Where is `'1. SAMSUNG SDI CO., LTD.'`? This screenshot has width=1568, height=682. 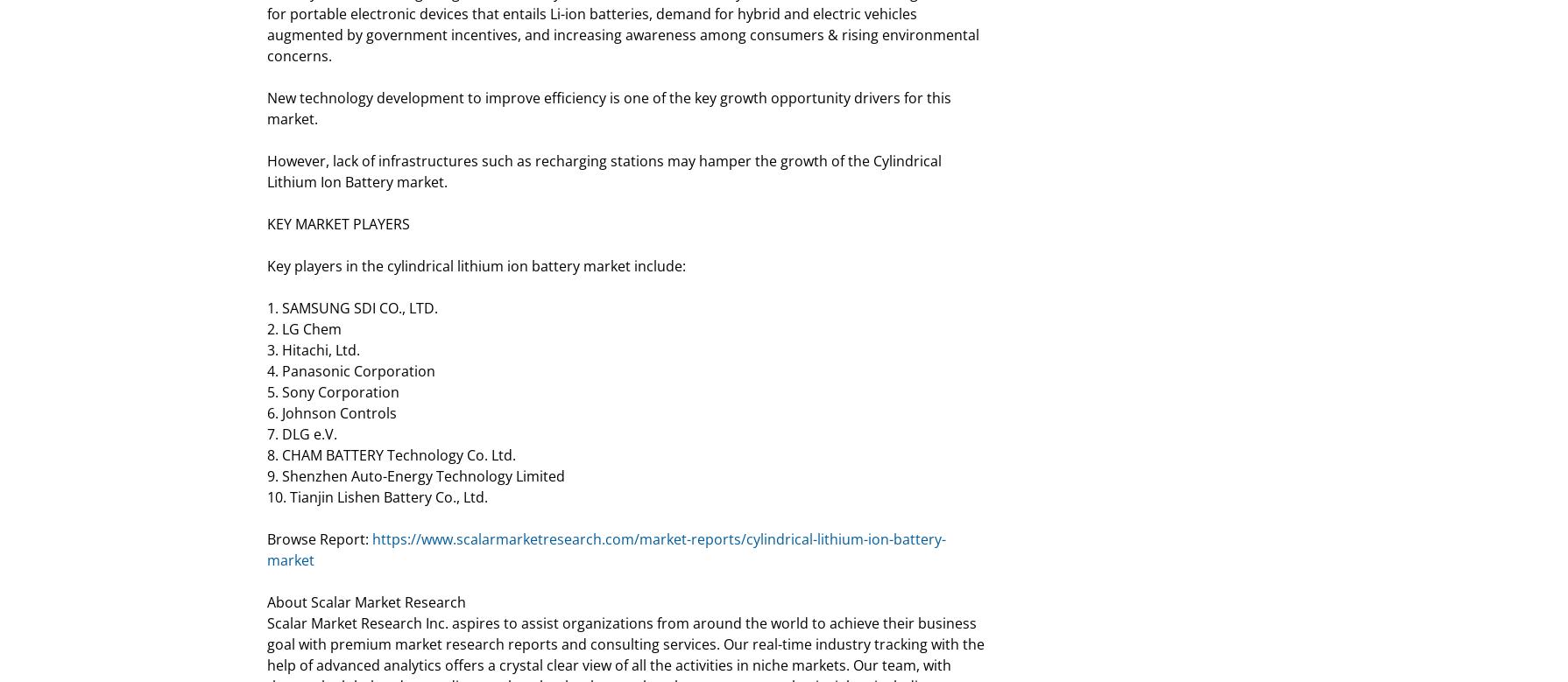 '1. SAMSUNG SDI CO., LTD.' is located at coordinates (352, 308).